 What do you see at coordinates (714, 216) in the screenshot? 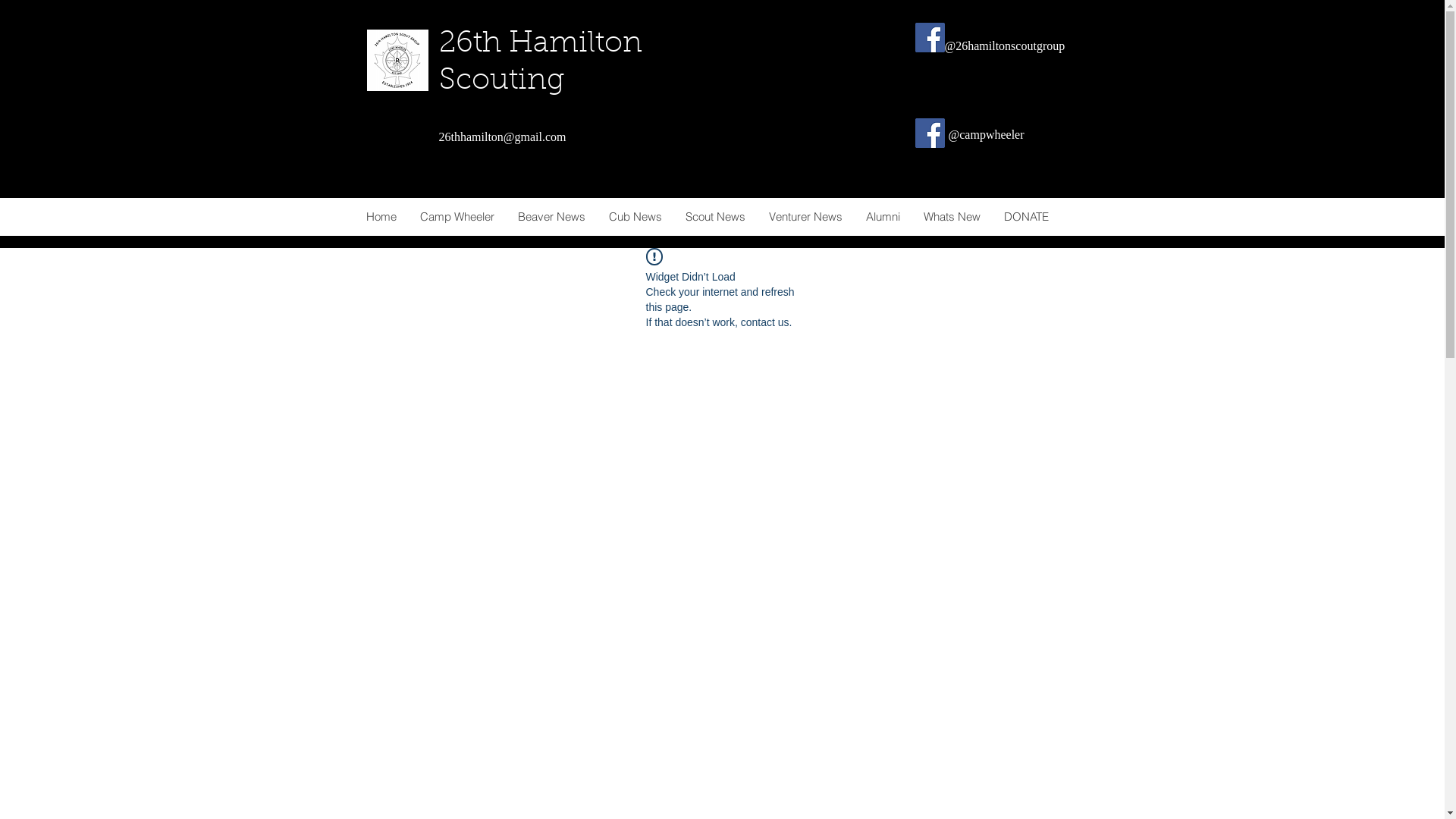
I see `'Scout News'` at bounding box center [714, 216].